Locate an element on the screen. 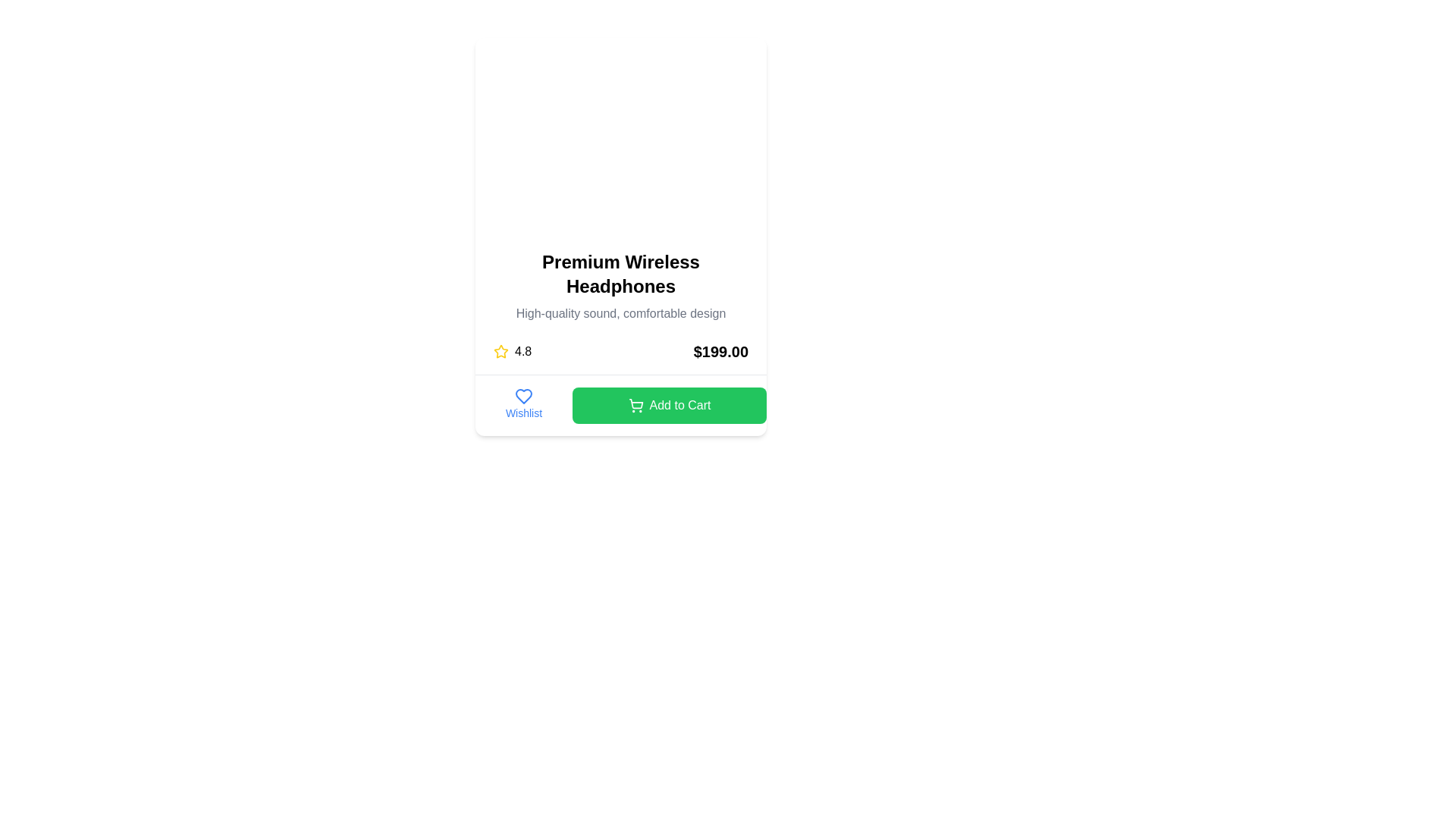  on the heart-shaped icon representing the 'Wishlist' feature located in the bottom-left corner of the product card, next is located at coordinates (524, 396).